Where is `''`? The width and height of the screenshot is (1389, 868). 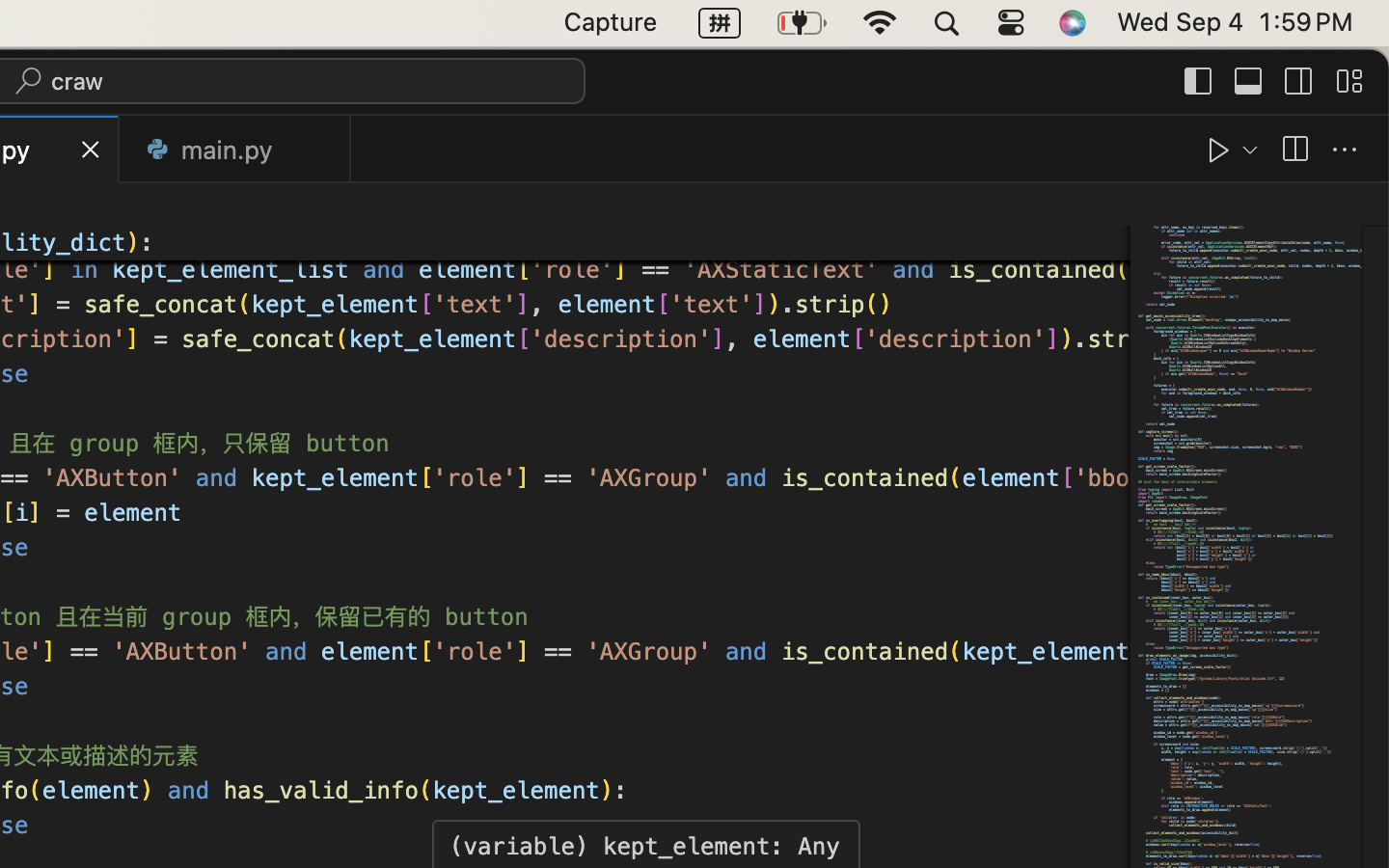
'' is located at coordinates (1219, 149).